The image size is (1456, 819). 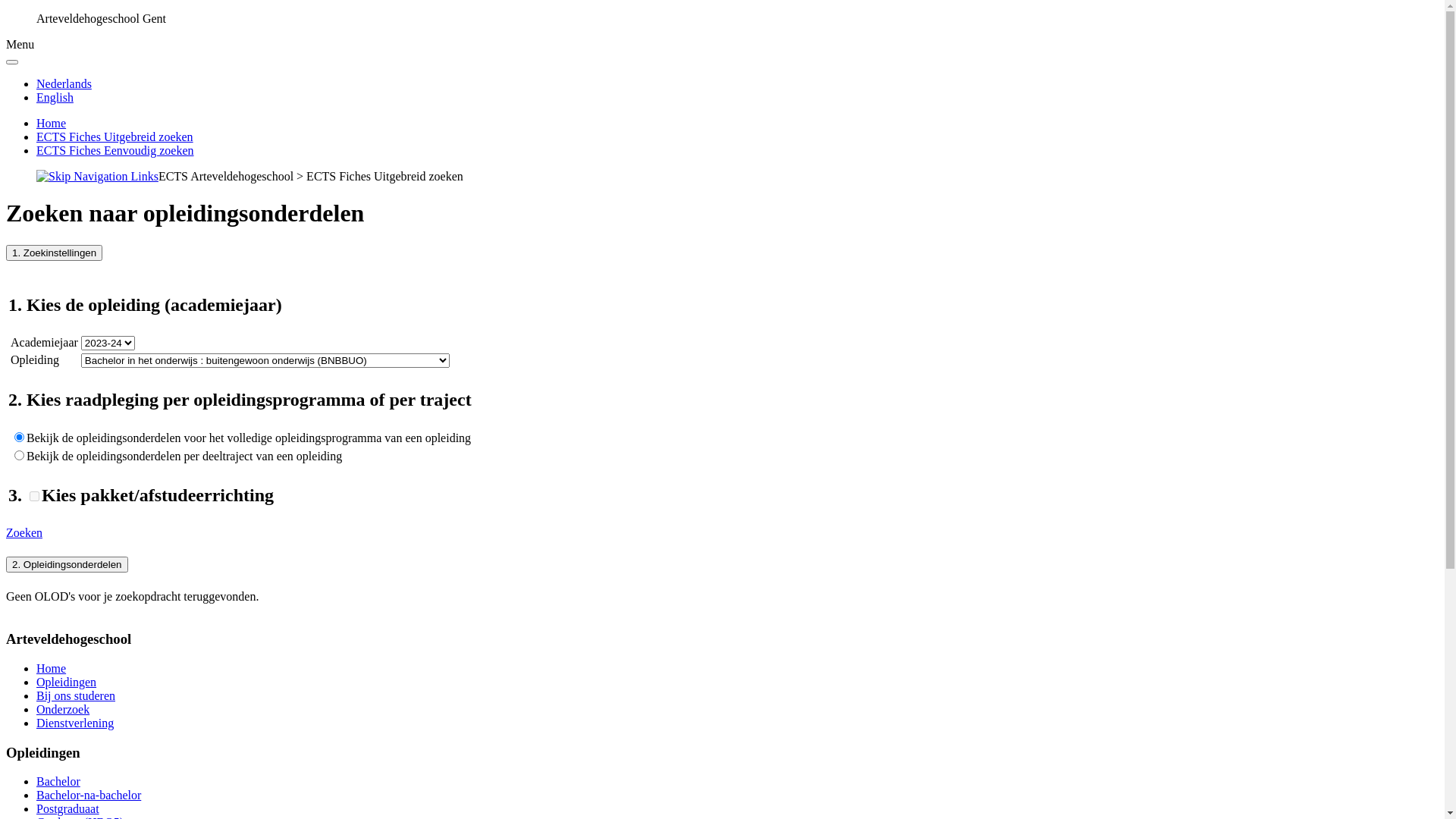 What do you see at coordinates (67, 808) in the screenshot?
I see `'Postgraduaat'` at bounding box center [67, 808].